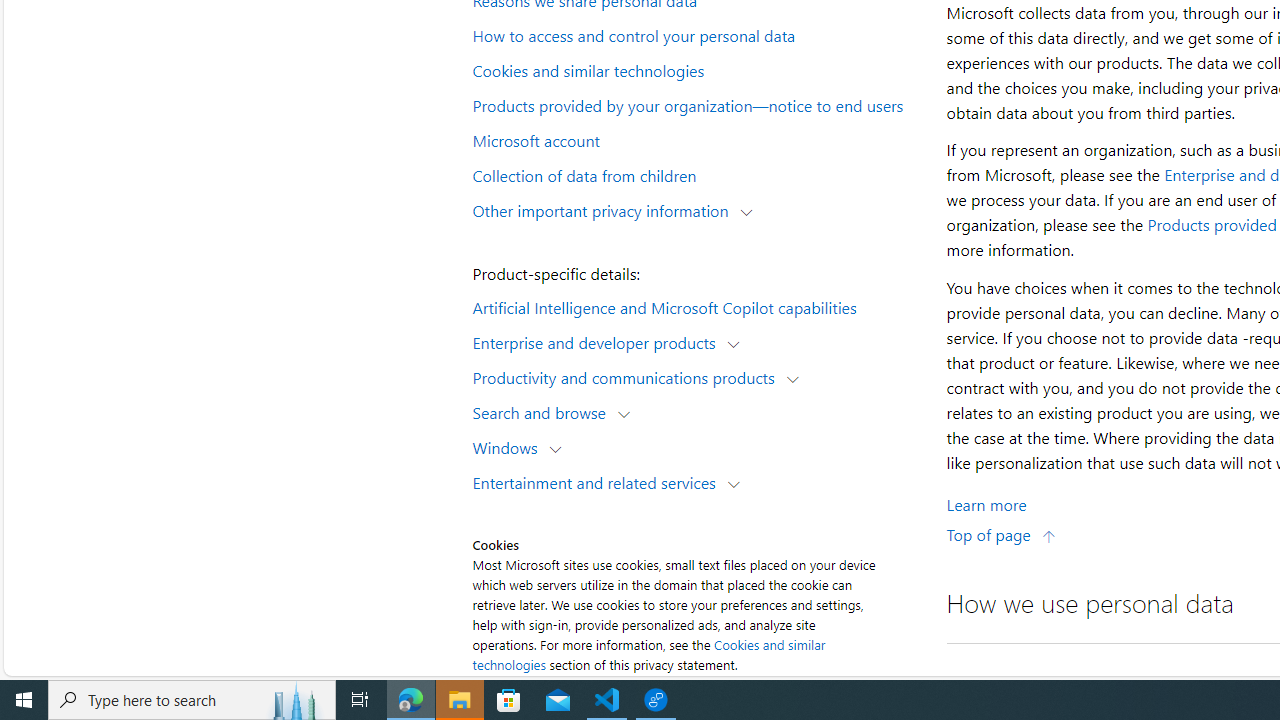 Image resolution: width=1280 pixels, height=720 pixels. What do you see at coordinates (510, 446) in the screenshot?
I see `'Windows'` at bounding box center [510, 446].